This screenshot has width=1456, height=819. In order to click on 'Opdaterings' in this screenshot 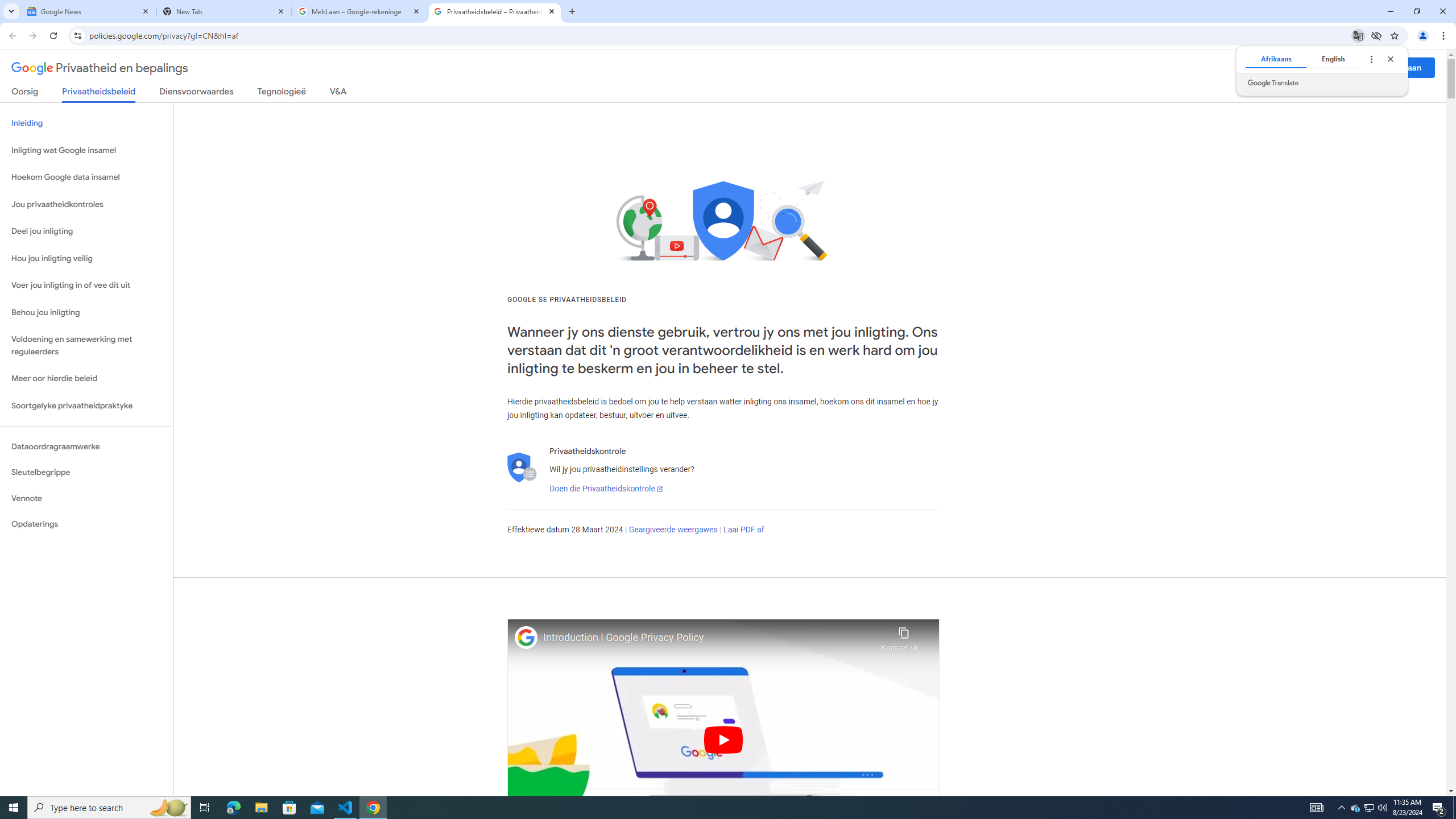, I will do `click(86, 523)`.